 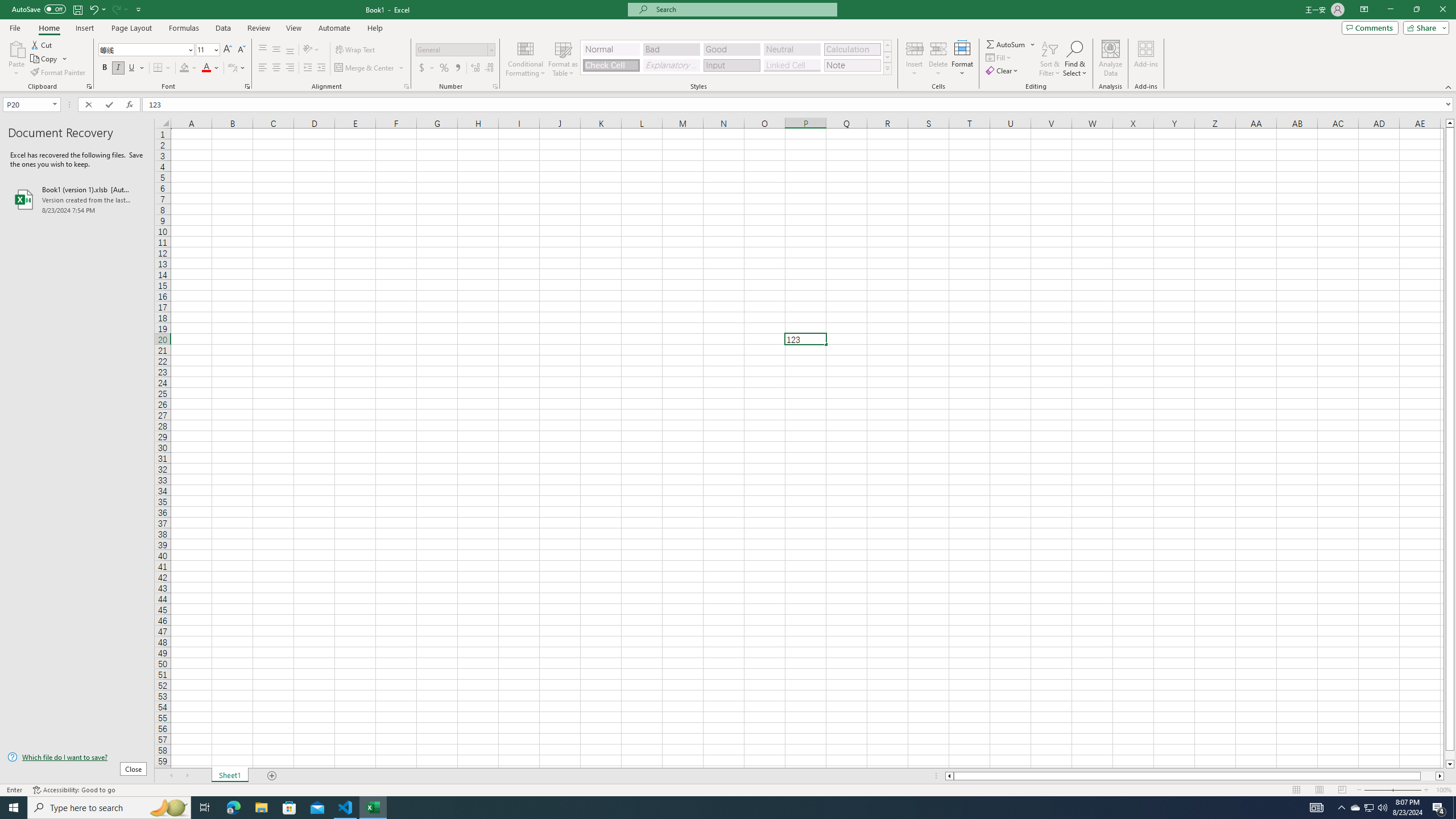 I want to click on 'Insert Cells', so click(x=913, y=48).